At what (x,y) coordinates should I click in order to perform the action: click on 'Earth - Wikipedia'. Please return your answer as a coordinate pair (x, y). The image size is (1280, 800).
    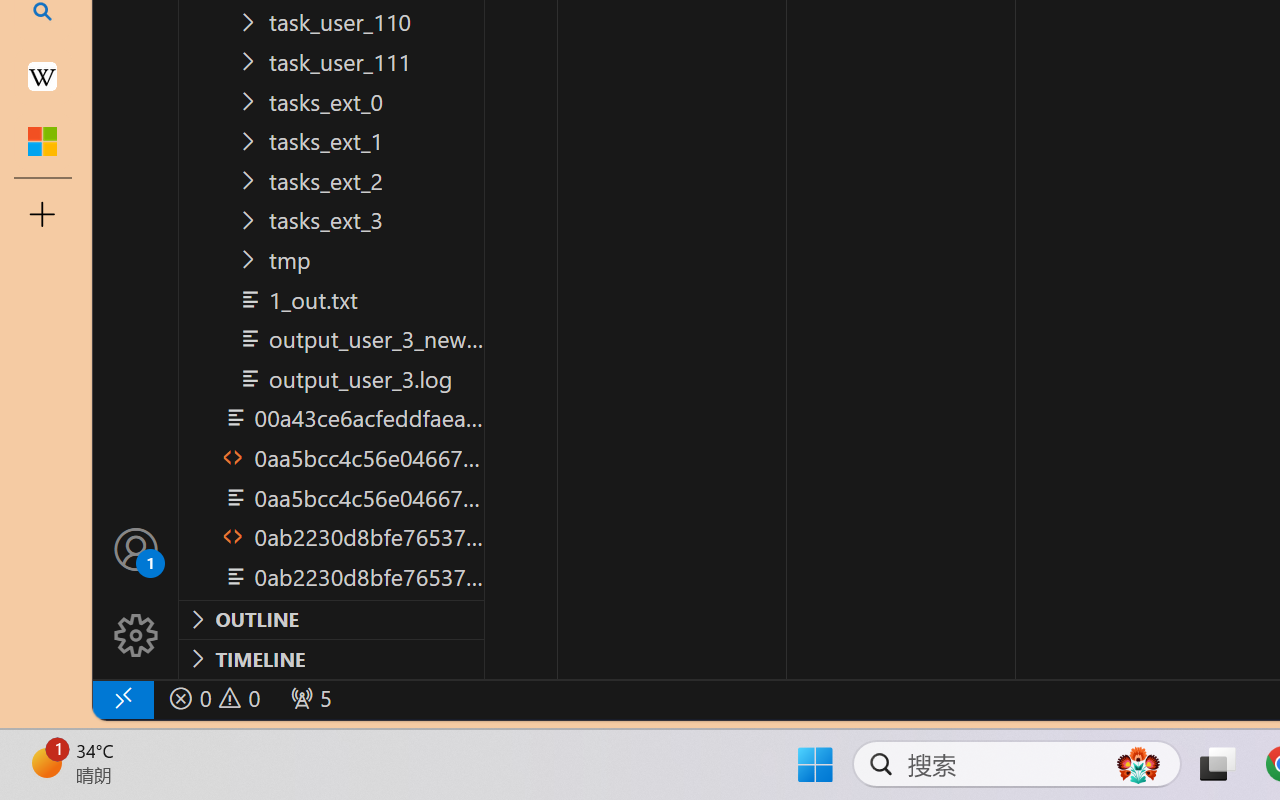
    Looking at the image, I should click on (42, 76).